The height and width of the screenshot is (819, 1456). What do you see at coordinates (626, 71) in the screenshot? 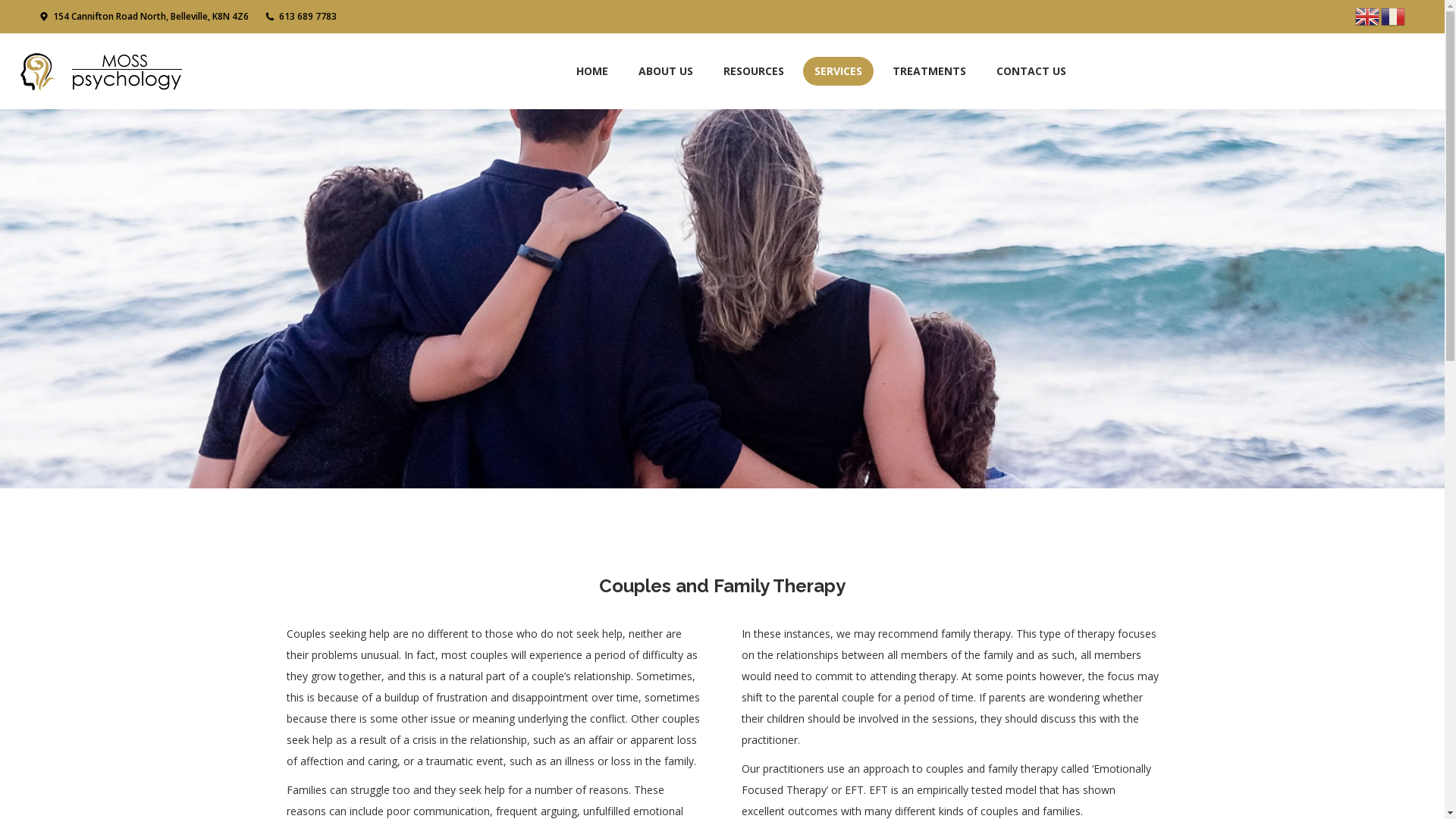
I see `'ABOUT US'` at bounding box center [626, 71].